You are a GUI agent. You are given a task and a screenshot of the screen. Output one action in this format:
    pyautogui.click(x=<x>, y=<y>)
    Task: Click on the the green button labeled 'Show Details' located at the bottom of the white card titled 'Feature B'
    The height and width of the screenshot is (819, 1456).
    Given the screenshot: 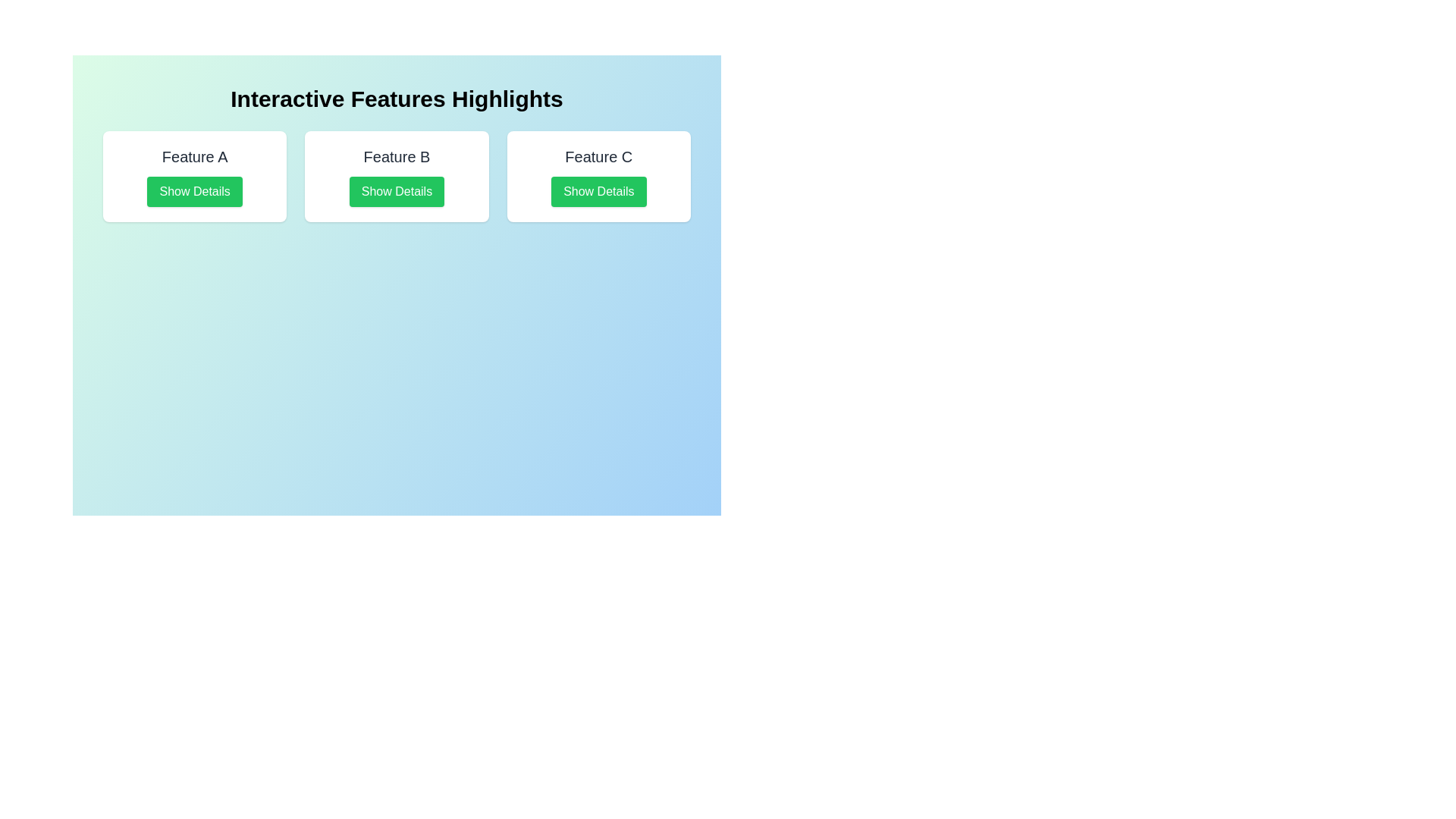 What is the action you would take?
    pyautogui.click(x=397, y=175)
    